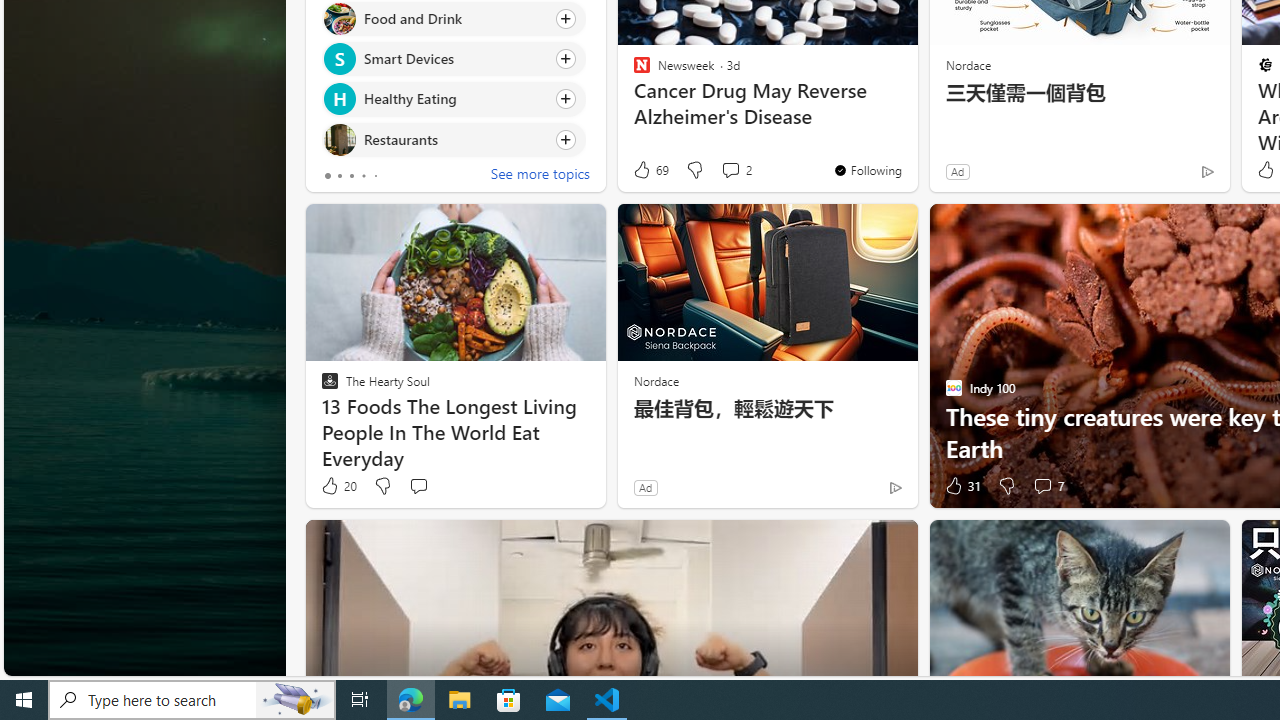 This screenshot has height=720, width=1280. What do you see at coordinates (867, 168) in the screenshot?
I see `'You'` at bounding box center [867, 168].